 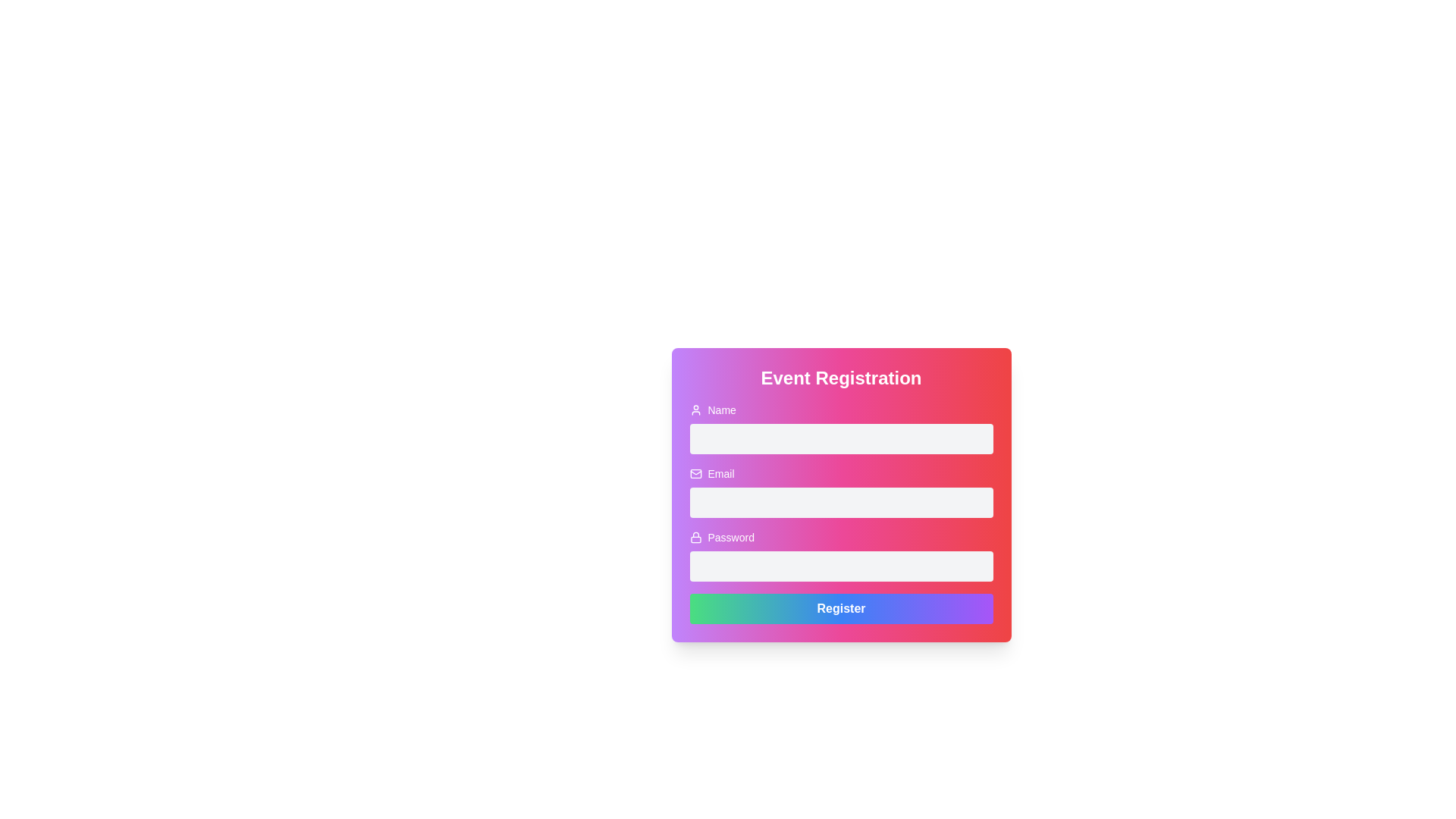 What do you see at coordinates (840, 491) in the screenshot?
I see `to focus on the email input field located between the Name and Password fields in the registration form` at bounding box center [840, 491].